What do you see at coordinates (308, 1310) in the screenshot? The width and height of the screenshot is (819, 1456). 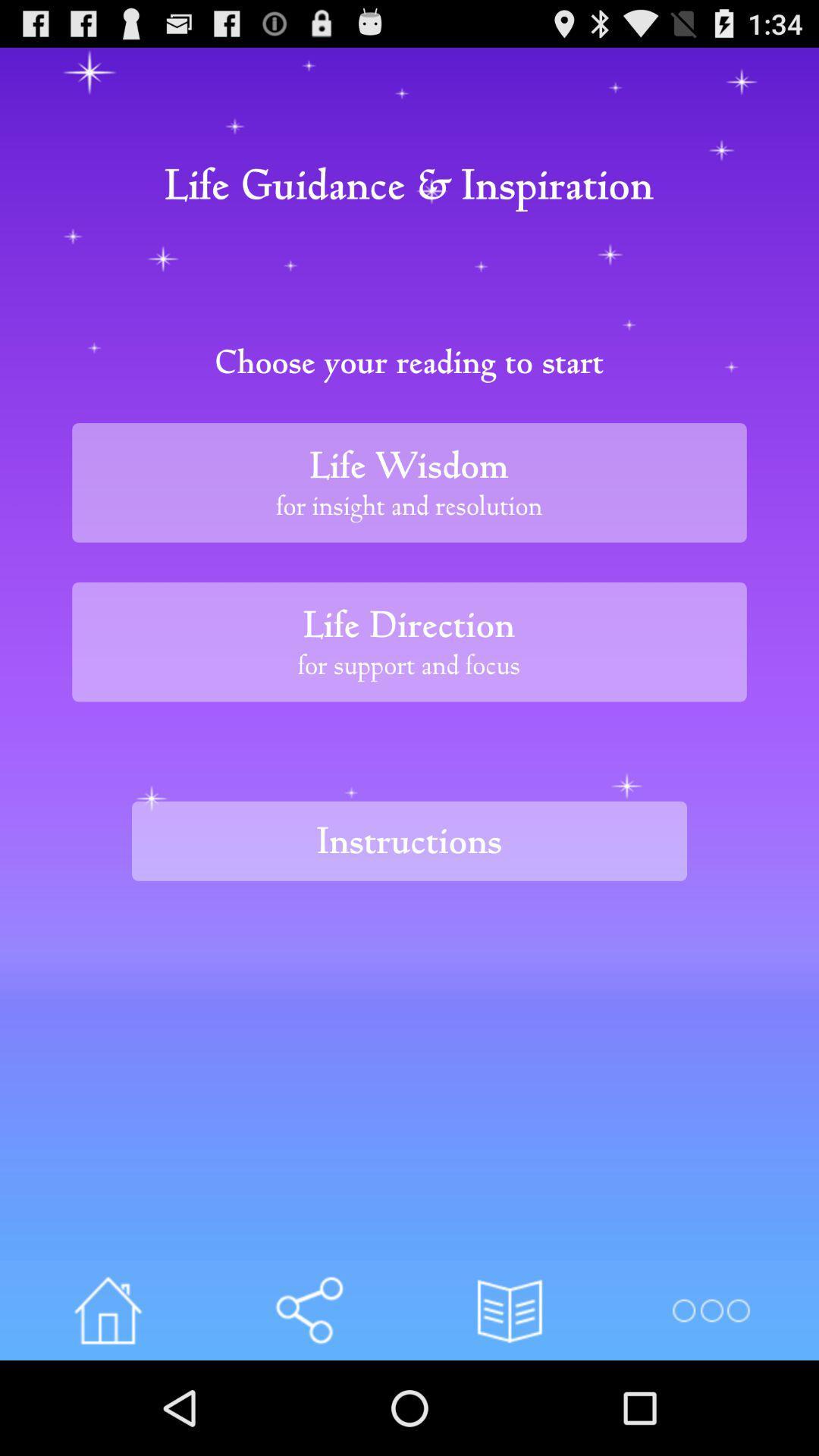 I see `info option` at bounding box center [308, 1310].